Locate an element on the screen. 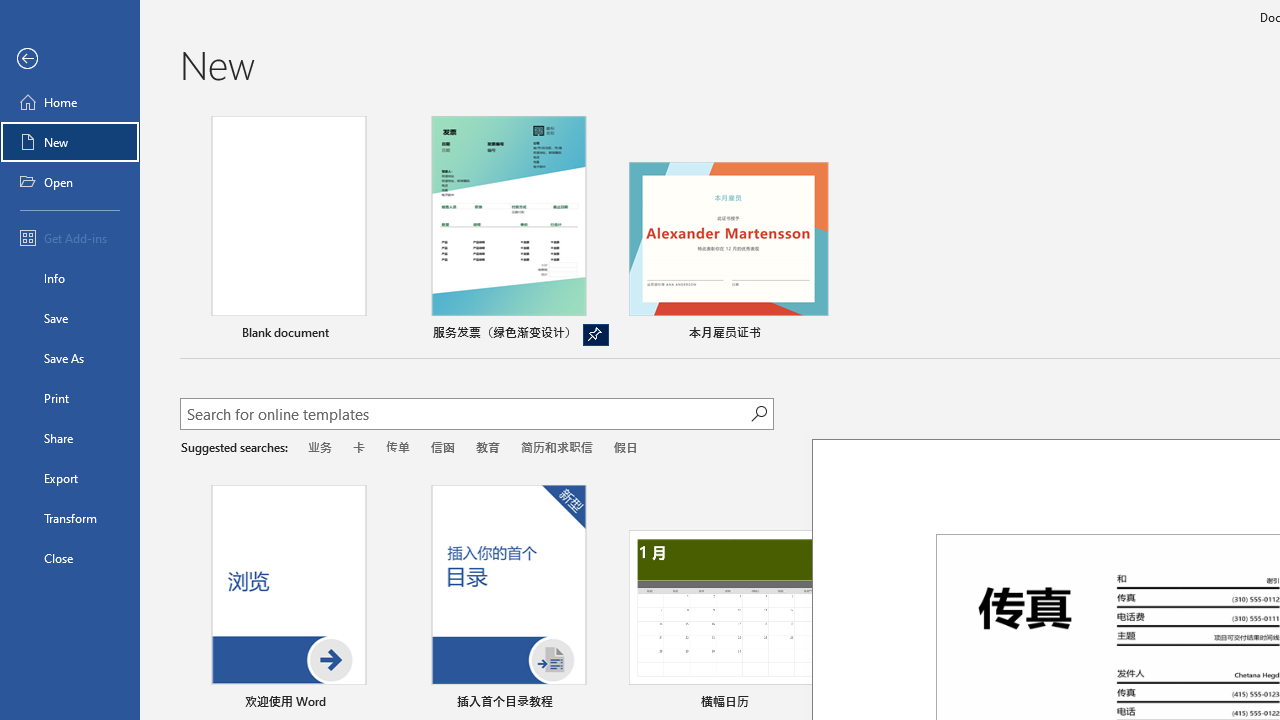 The width and height of the screenshot is (1280, 720). 'Get Add-ins' is located at coordinates (69, 236).